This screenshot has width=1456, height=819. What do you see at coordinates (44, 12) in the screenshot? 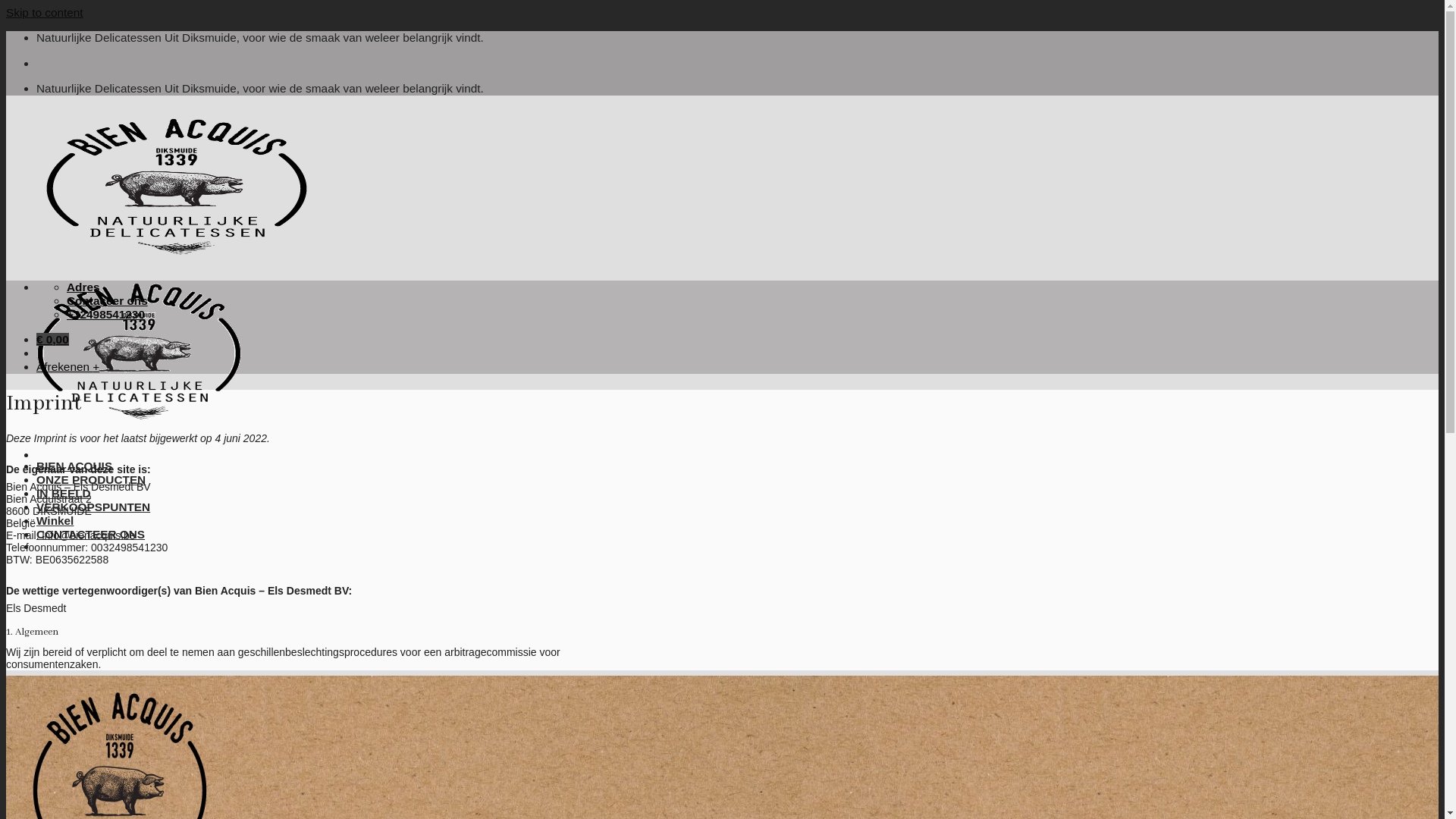
I see `'Skip to content'` at bounding box center [44, 12].